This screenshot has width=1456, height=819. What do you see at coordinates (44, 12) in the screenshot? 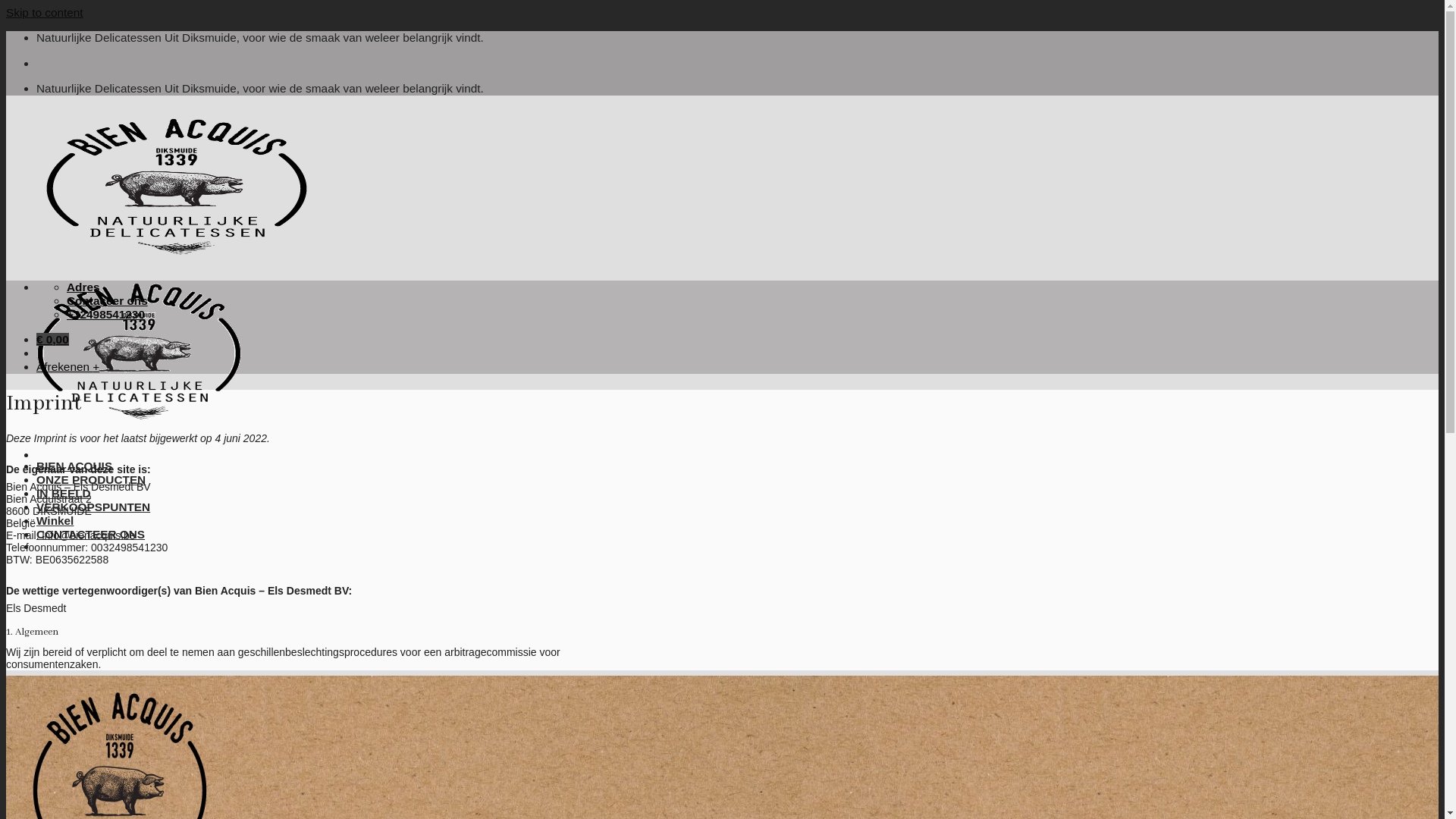
I see `'Skip to content'` at bounding box center [44, 12].